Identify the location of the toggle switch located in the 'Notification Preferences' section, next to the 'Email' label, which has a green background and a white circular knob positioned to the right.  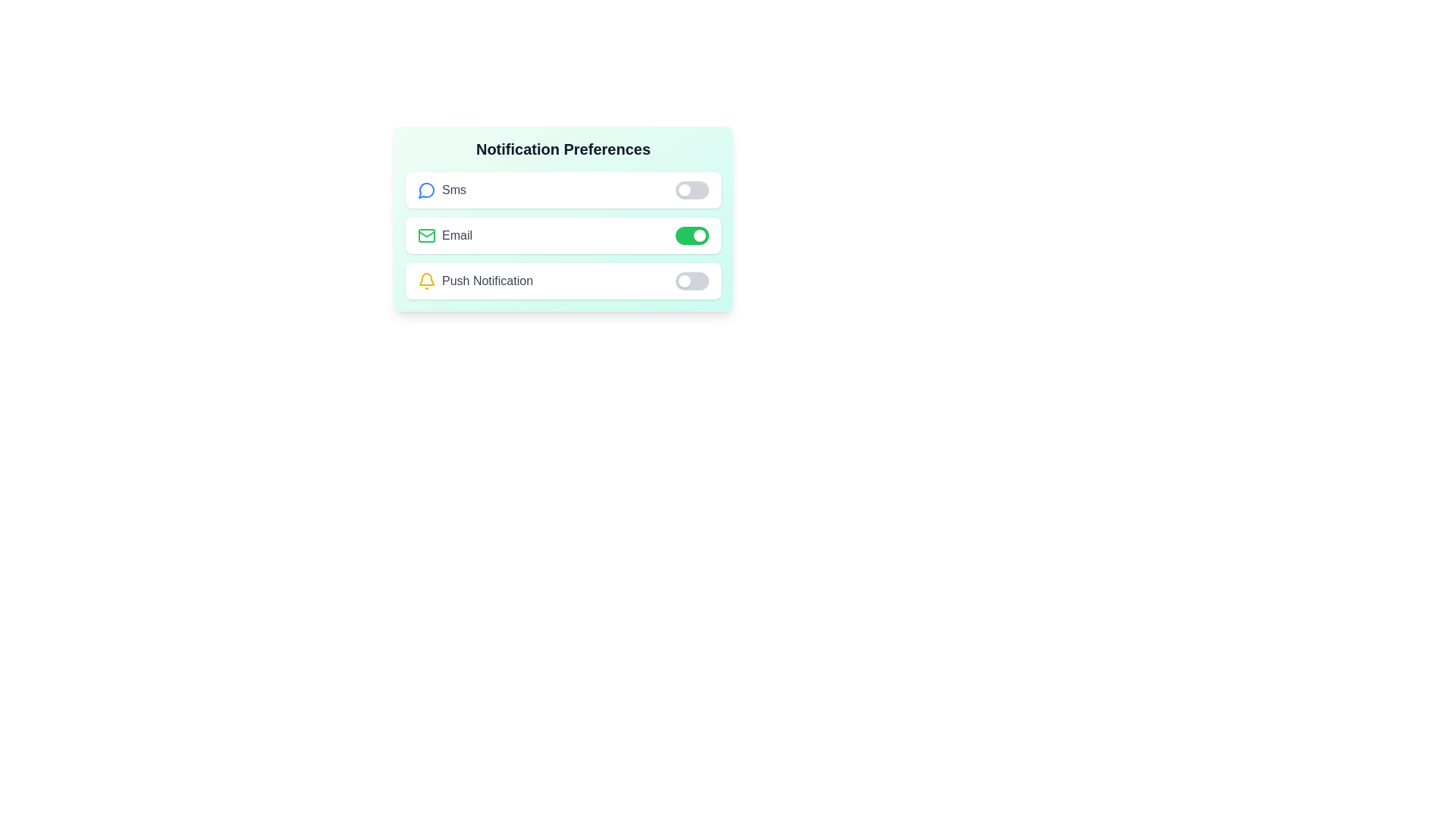
(691, 236).